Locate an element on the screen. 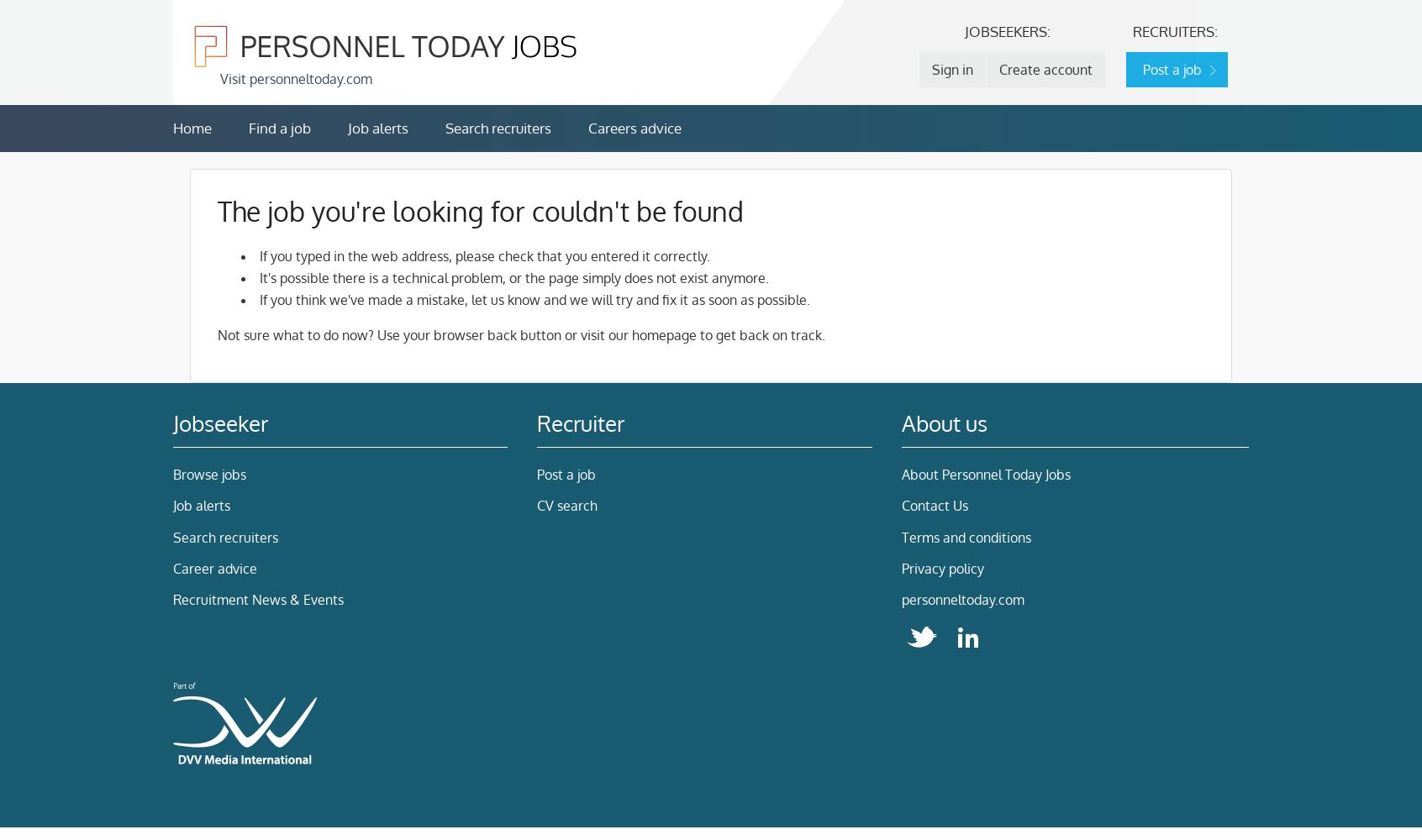 This screenshot has width=1422, height=840. 'to get back on track.' is located at coordinates (760, 335).